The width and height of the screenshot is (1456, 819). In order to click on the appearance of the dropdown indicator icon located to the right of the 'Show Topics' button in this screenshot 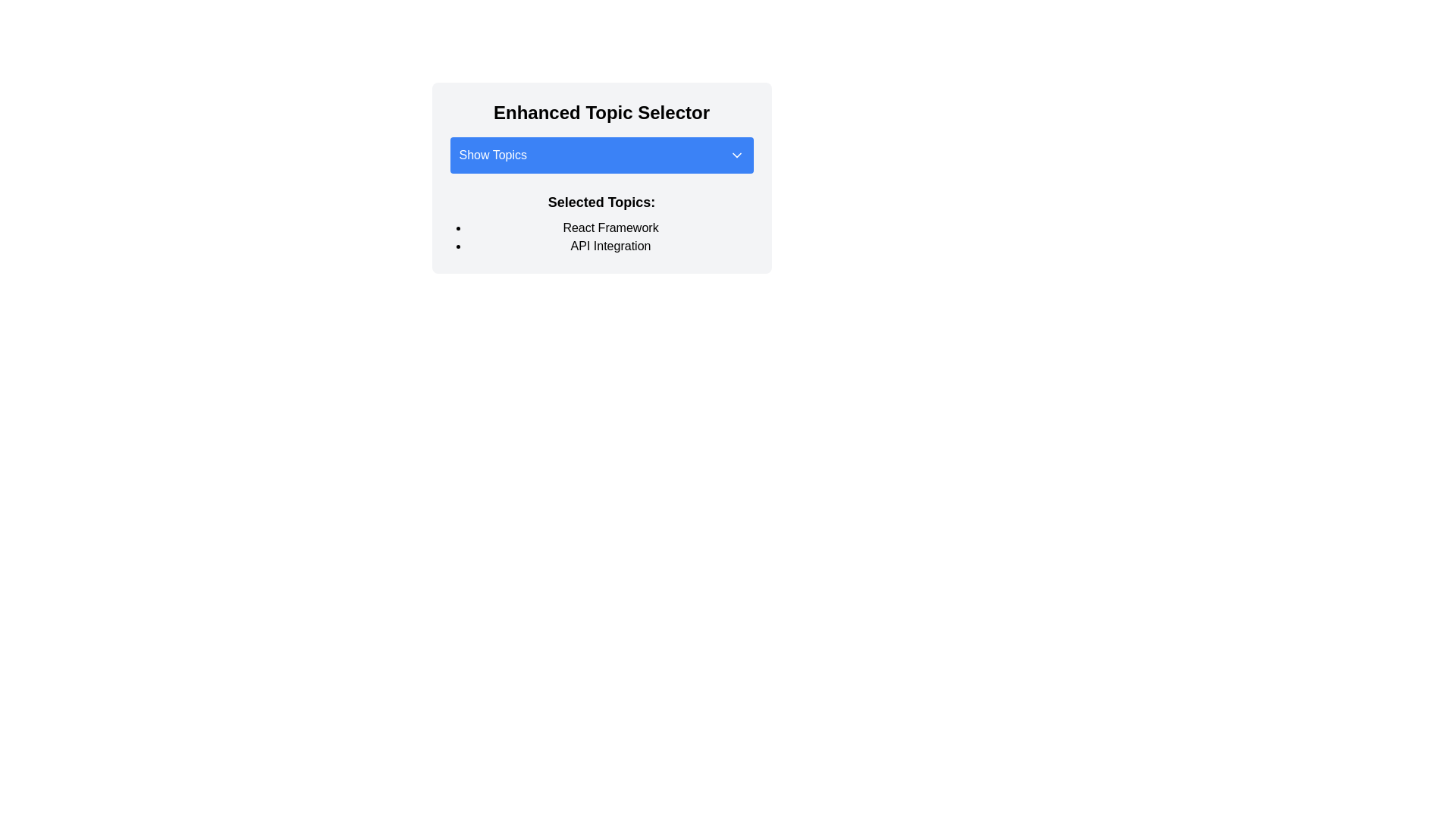, I will do `click(736, 155)`.